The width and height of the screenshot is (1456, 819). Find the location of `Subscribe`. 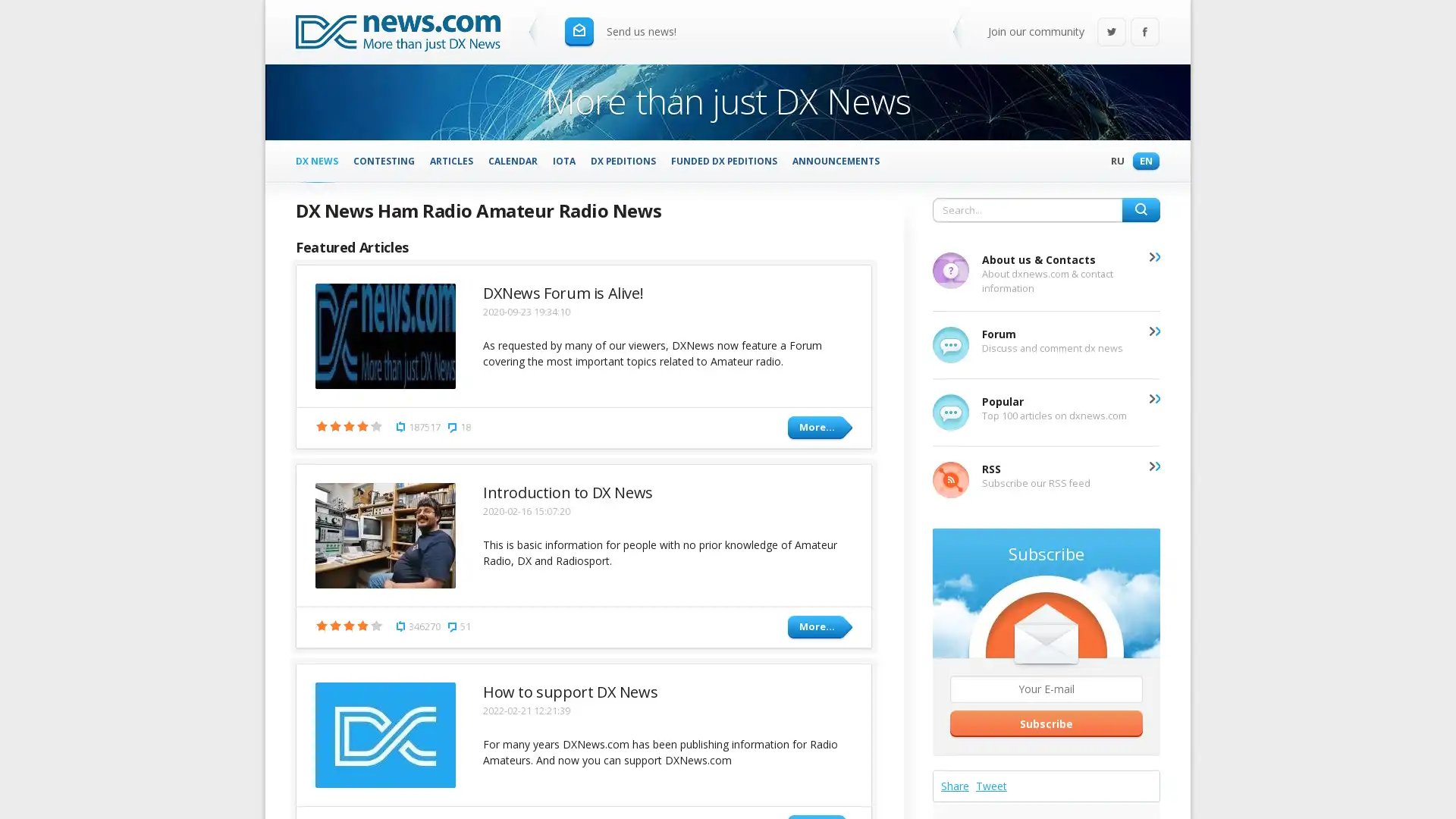

Subscribe is located at coordinates (1046, 722).